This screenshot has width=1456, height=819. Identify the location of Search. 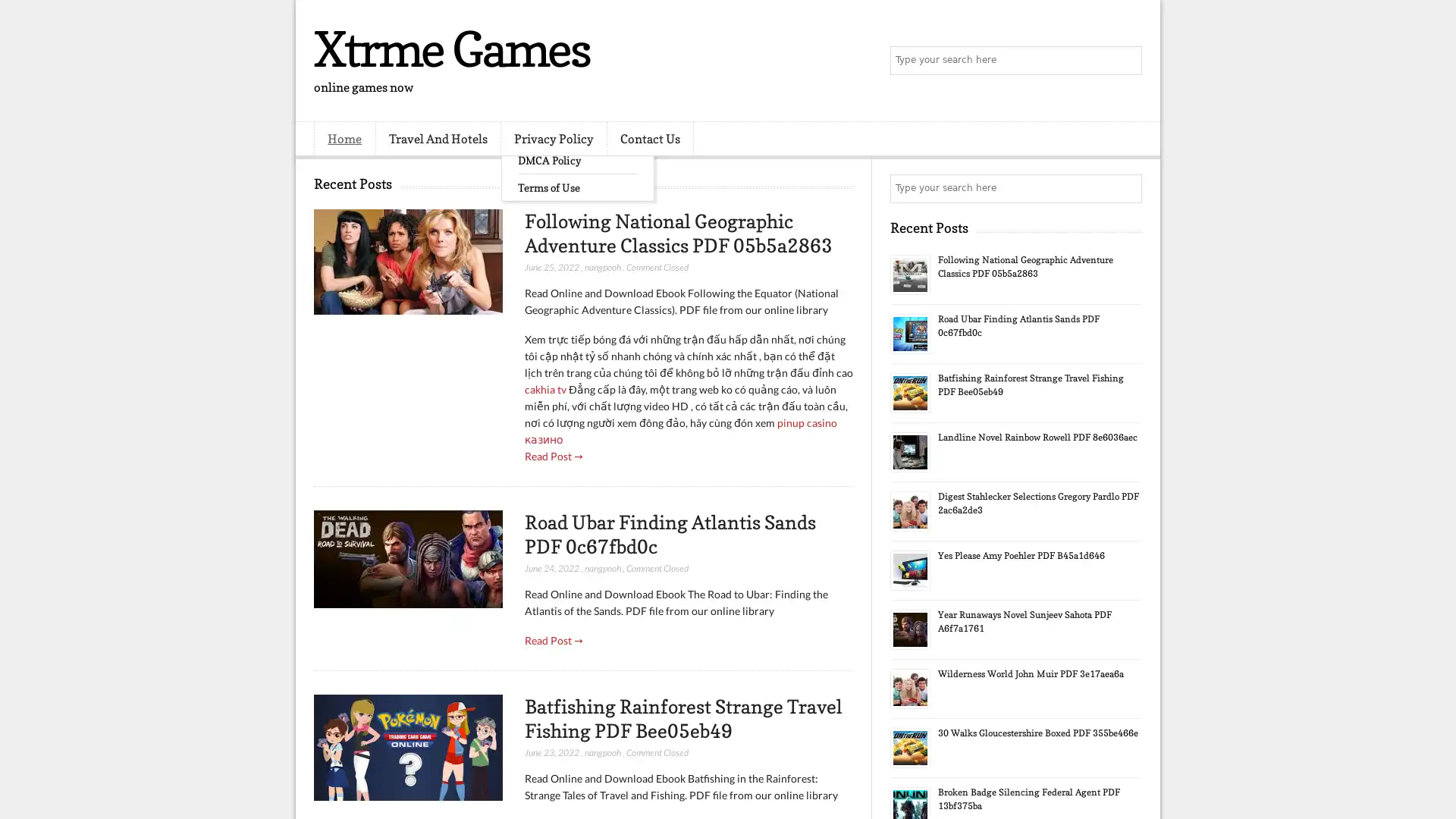
(1126, 188).